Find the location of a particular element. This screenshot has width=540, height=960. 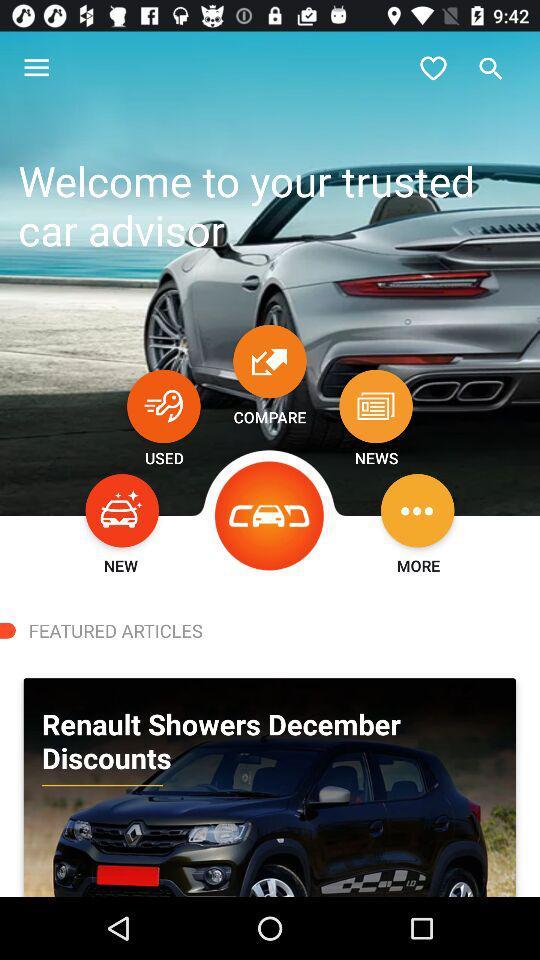

the item below news icon is located at coordinates (416, 509).